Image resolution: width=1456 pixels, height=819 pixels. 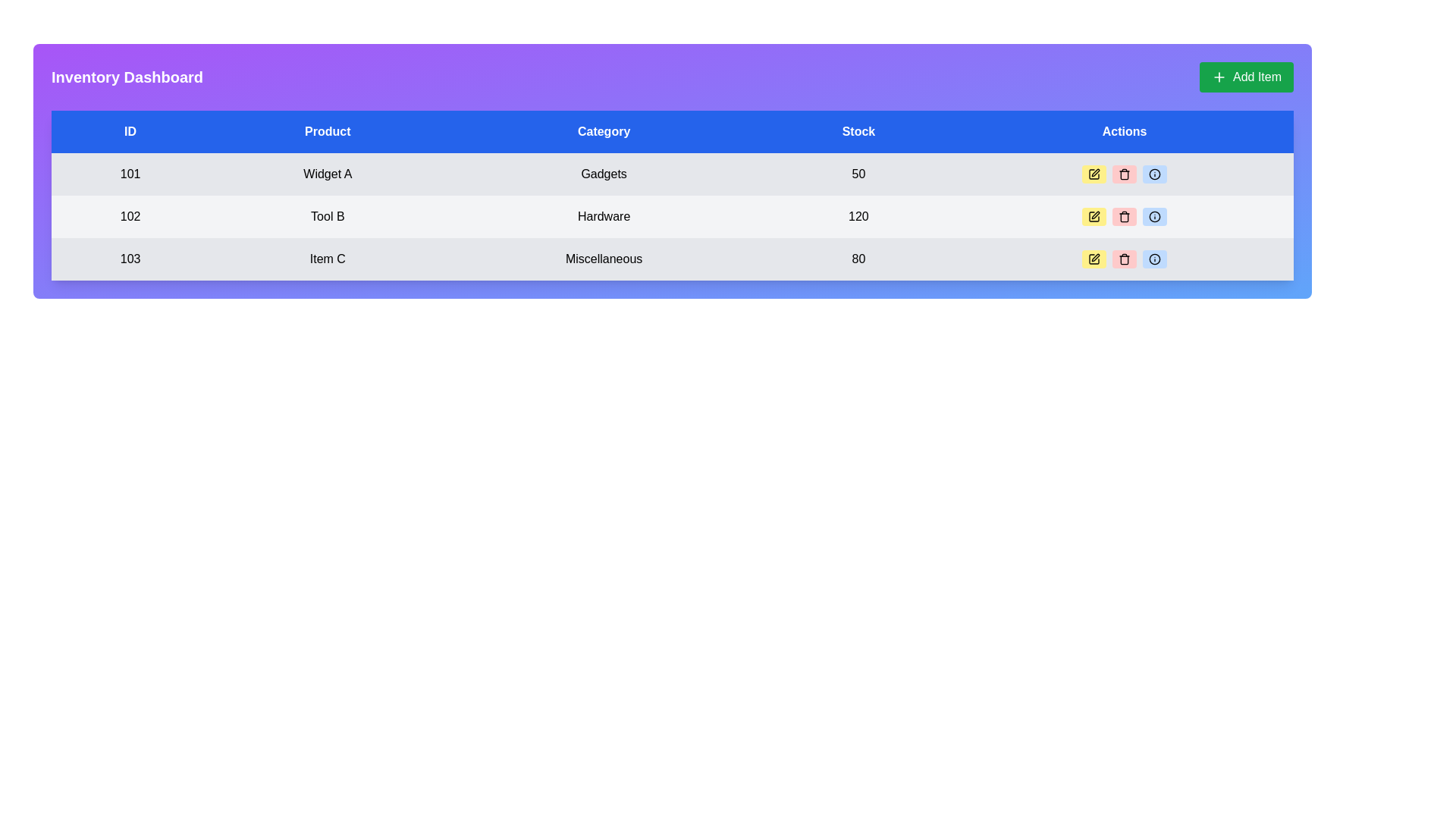 What do you see at coordinates (1094, 174) in the screenshot?
I see `the edit button in the 'Actions' column of the first row in the table` at bounding box center [1094, 174].